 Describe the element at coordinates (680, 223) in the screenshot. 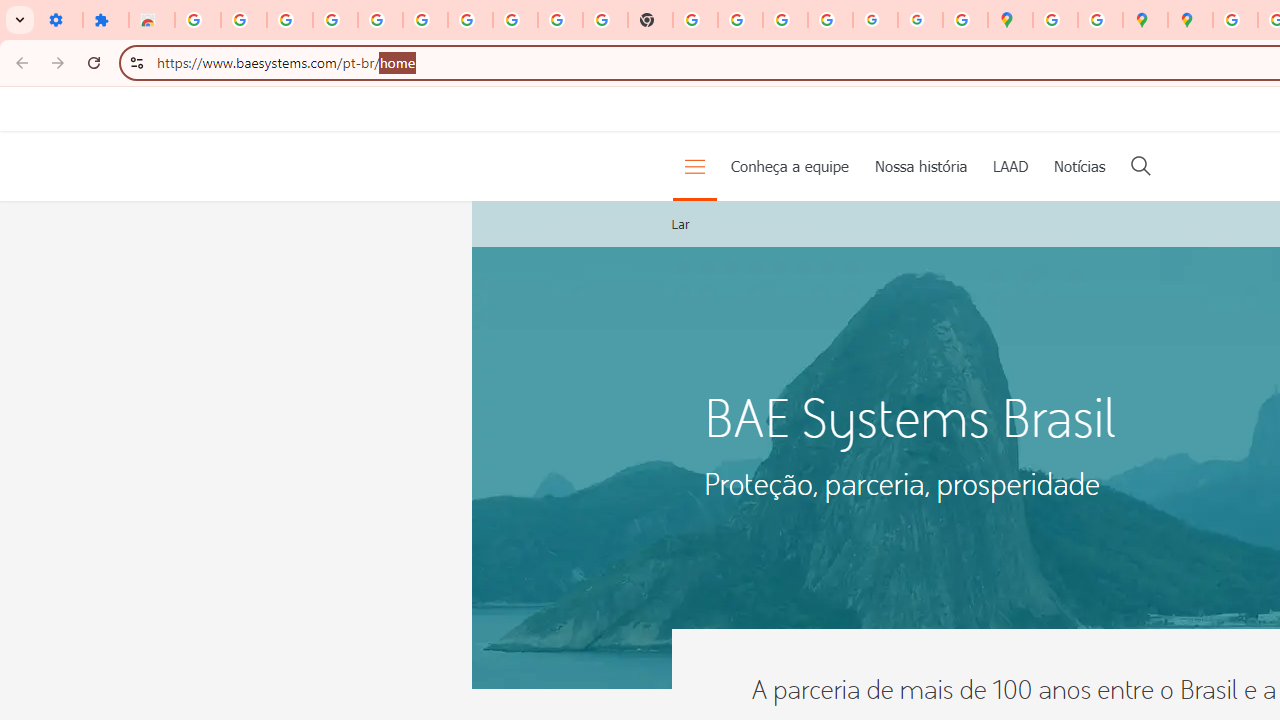

I see `'Lar'` at that location.